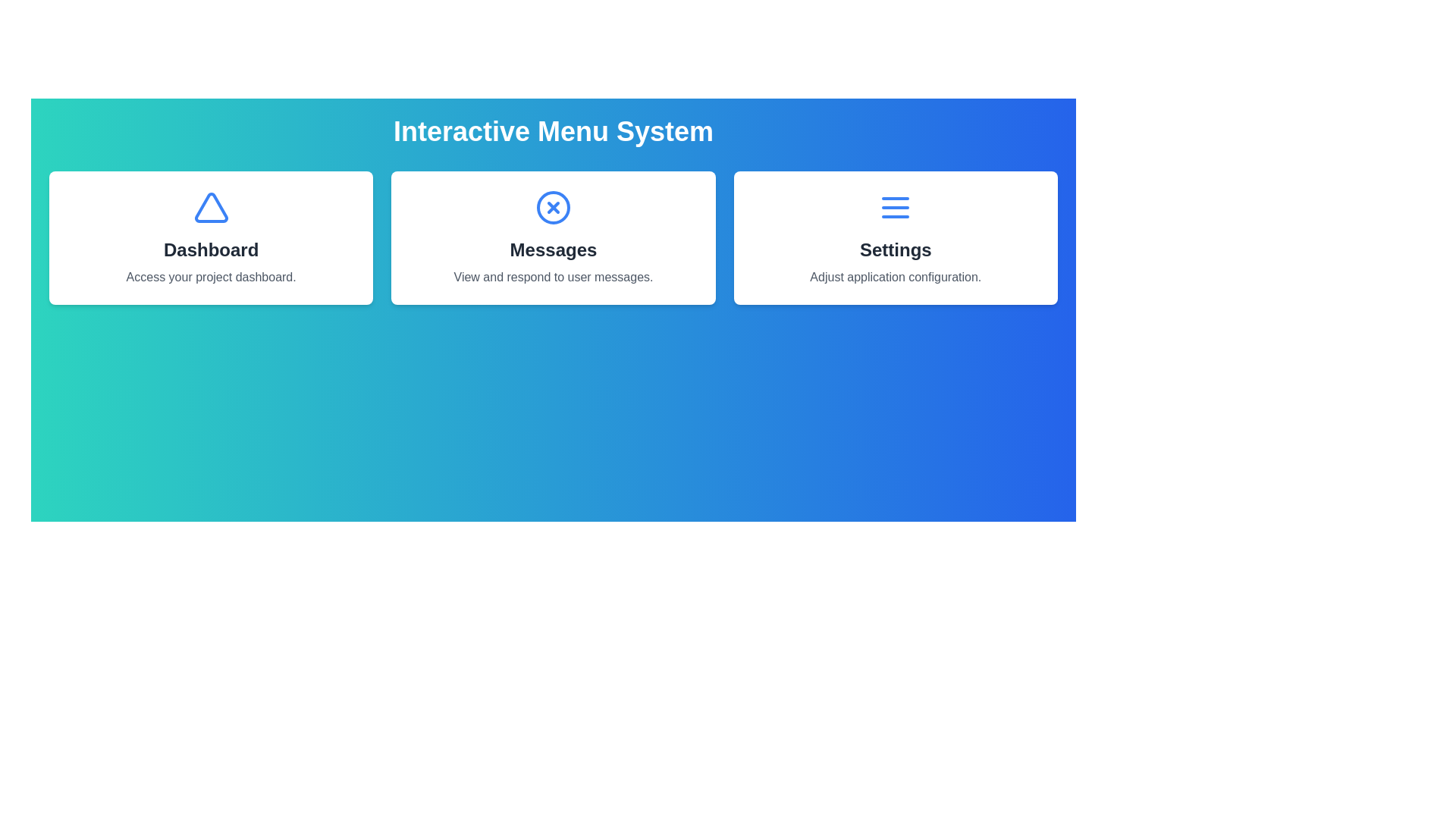 This screenshot has width=1456, height=819. Describe the element at coordinates (552, 278) in the screenshot. I see `the light-gray text label that reads 'View and respond to user messages.' located beneath the 'Messages' title in the center card` at that location.